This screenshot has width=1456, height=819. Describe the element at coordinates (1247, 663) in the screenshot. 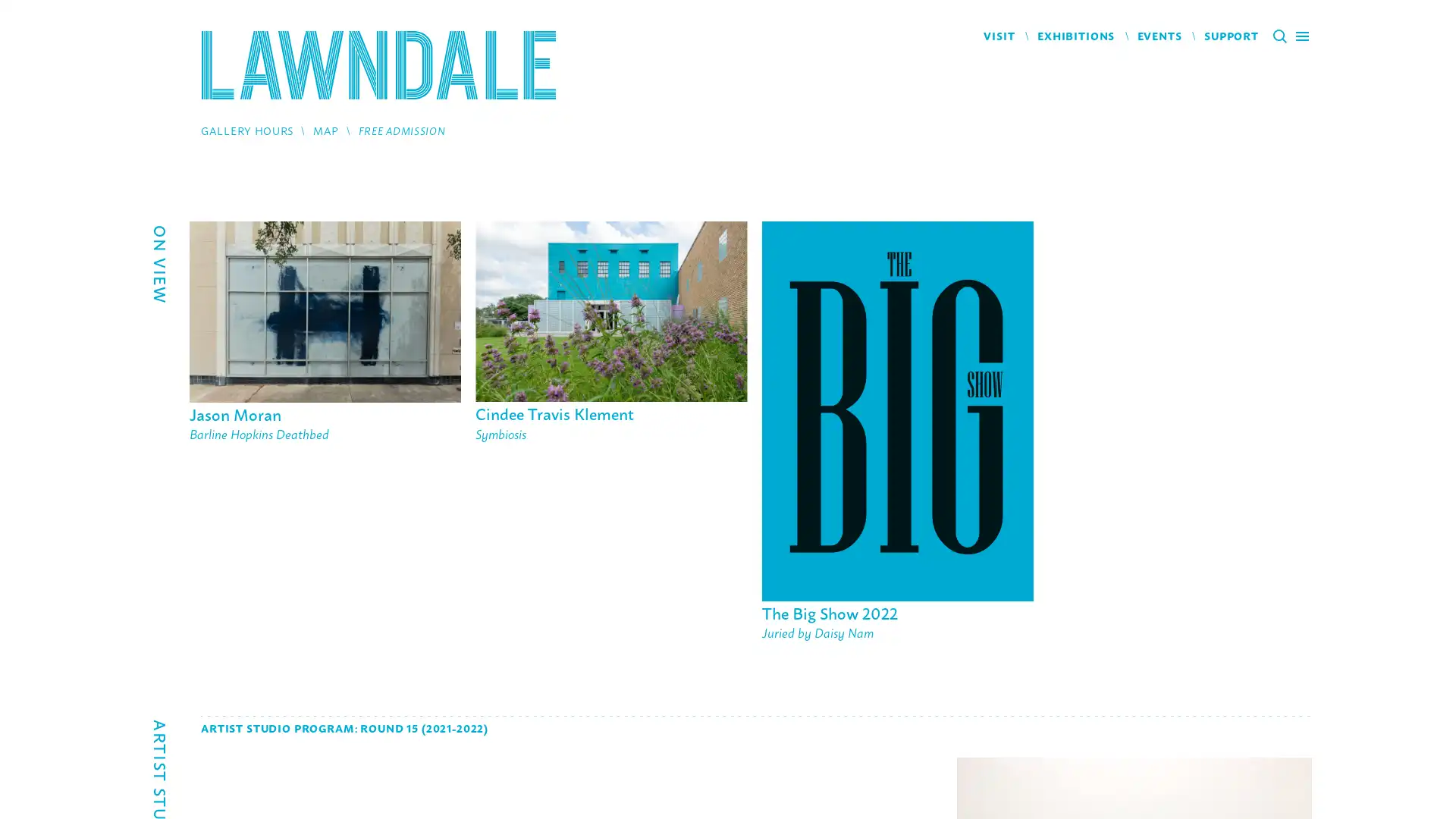

I see `Previous` at that location.